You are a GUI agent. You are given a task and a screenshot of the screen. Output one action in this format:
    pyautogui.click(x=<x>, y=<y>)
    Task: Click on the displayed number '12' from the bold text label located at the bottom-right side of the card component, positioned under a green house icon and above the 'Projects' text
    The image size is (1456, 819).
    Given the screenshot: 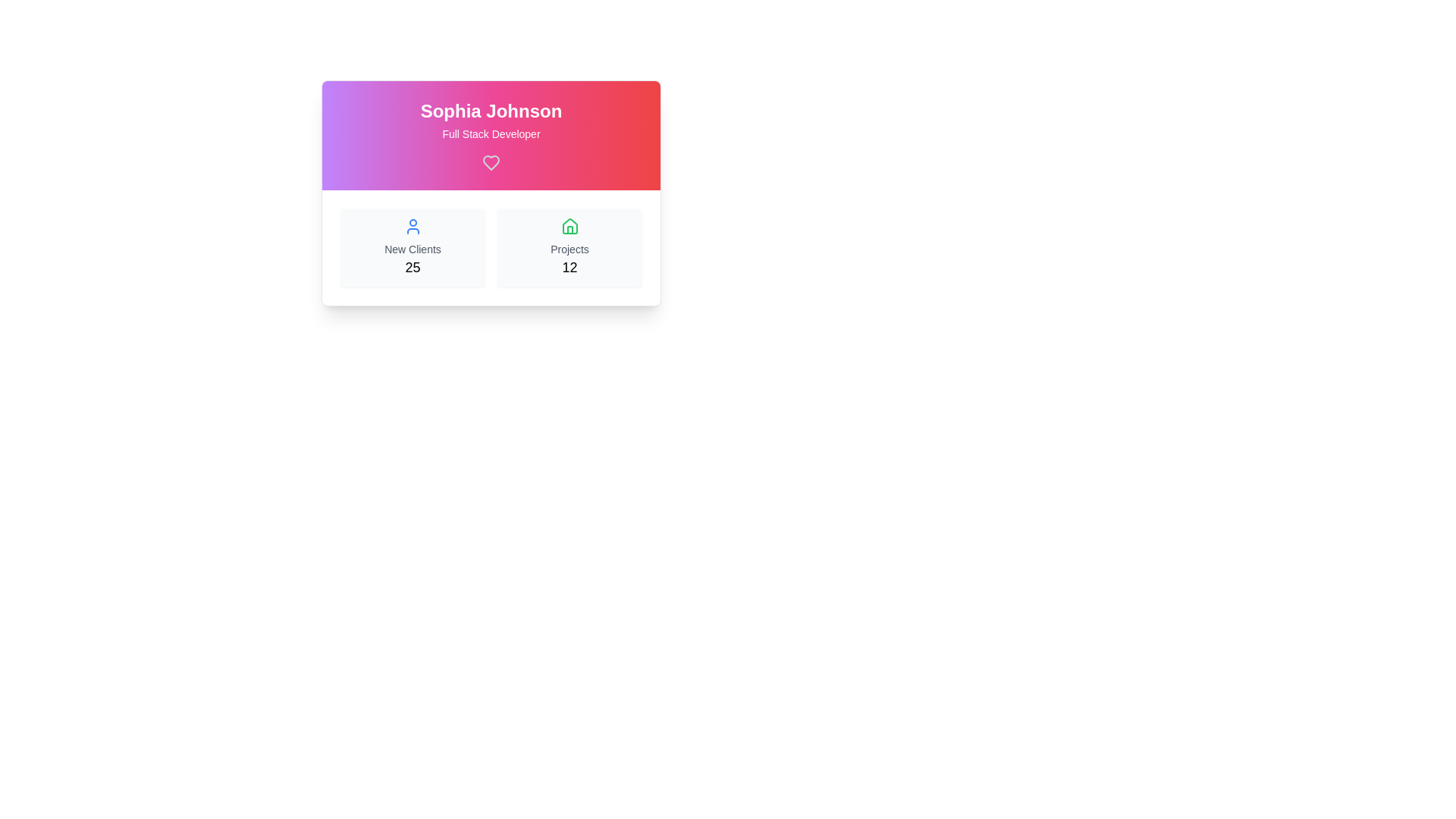 What is the action you would take?
    pyautogui.click(x=569, y=267)
    